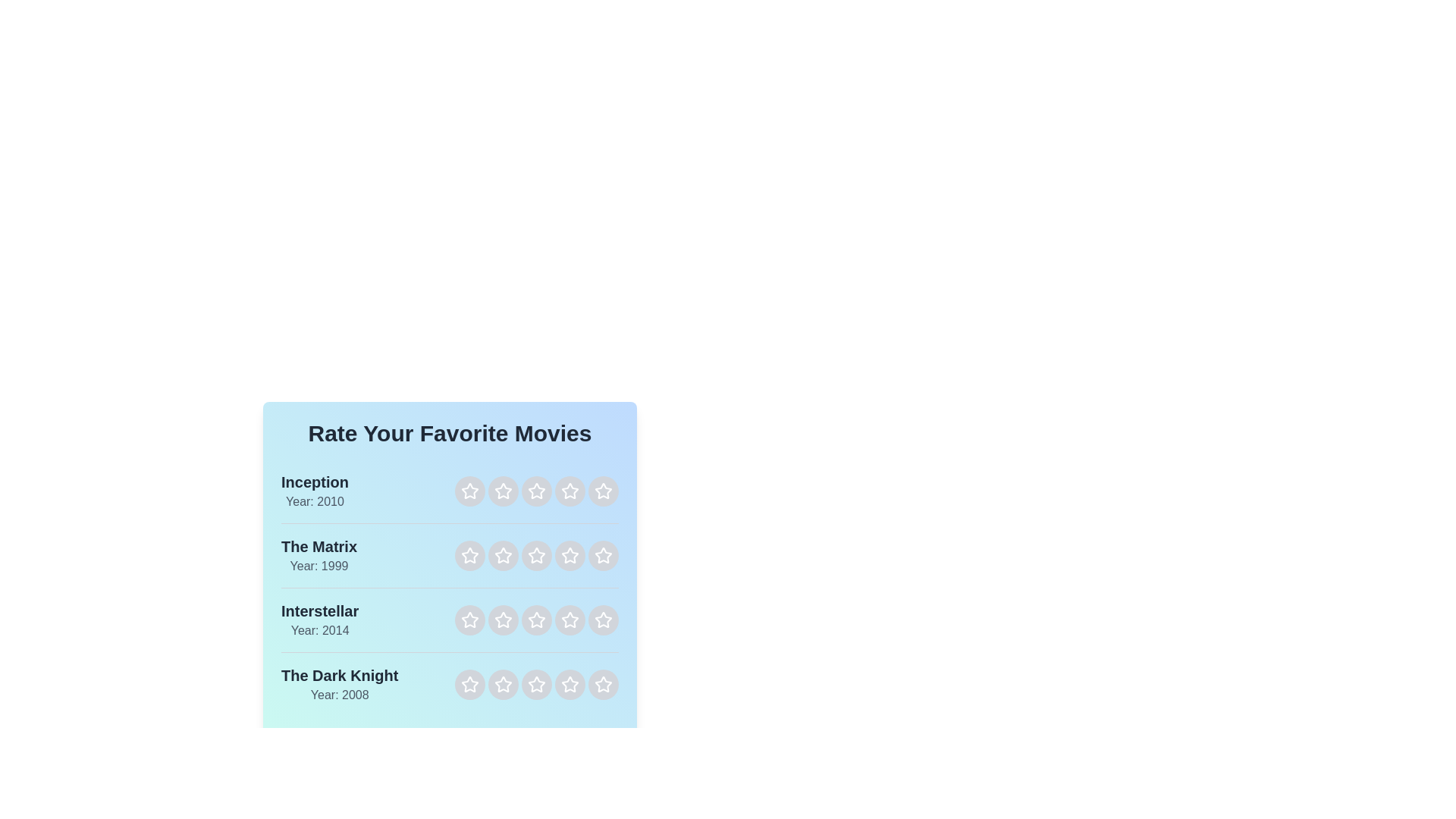  What do you see at coordinates (313, 491) in the screenshot?
I see `the details of the movie Inception` at bounding box center [313, 491].